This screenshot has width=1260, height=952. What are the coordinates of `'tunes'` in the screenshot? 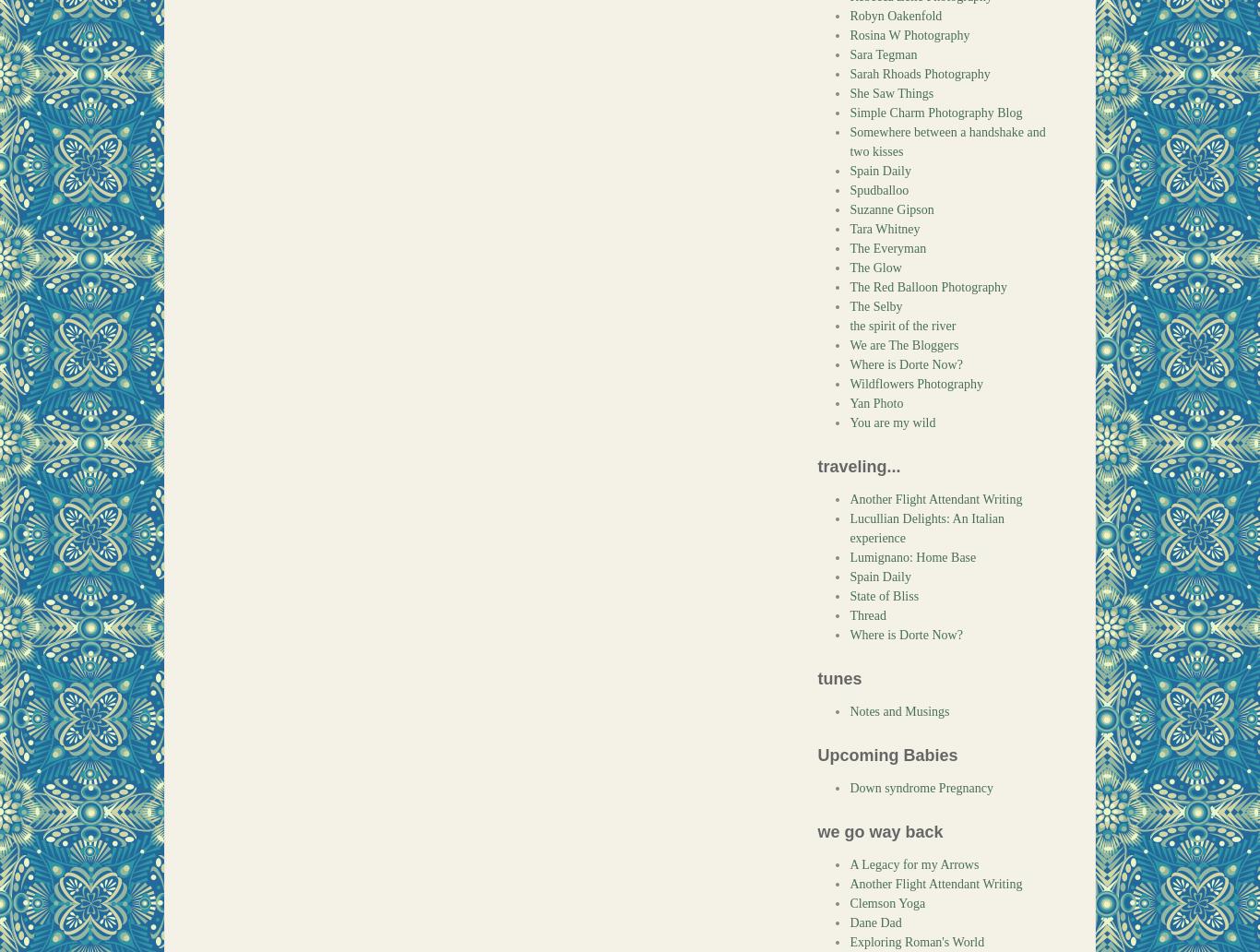 It's located at (838, 678).